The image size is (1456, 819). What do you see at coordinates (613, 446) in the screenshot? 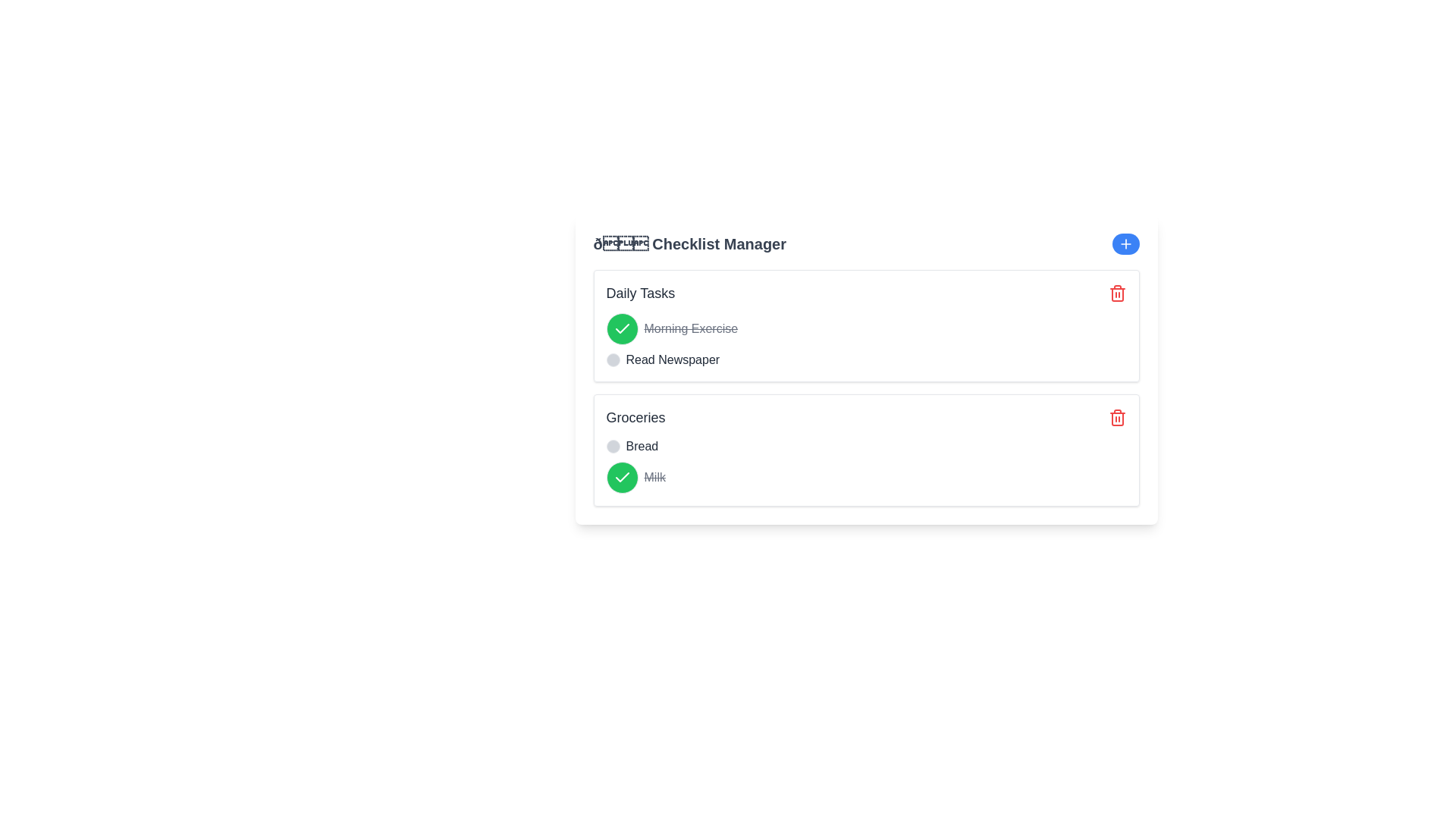
I see `the circular toggle button with a light gray background located to the left of the 'Bread' text` at bounding box center [613, 446].